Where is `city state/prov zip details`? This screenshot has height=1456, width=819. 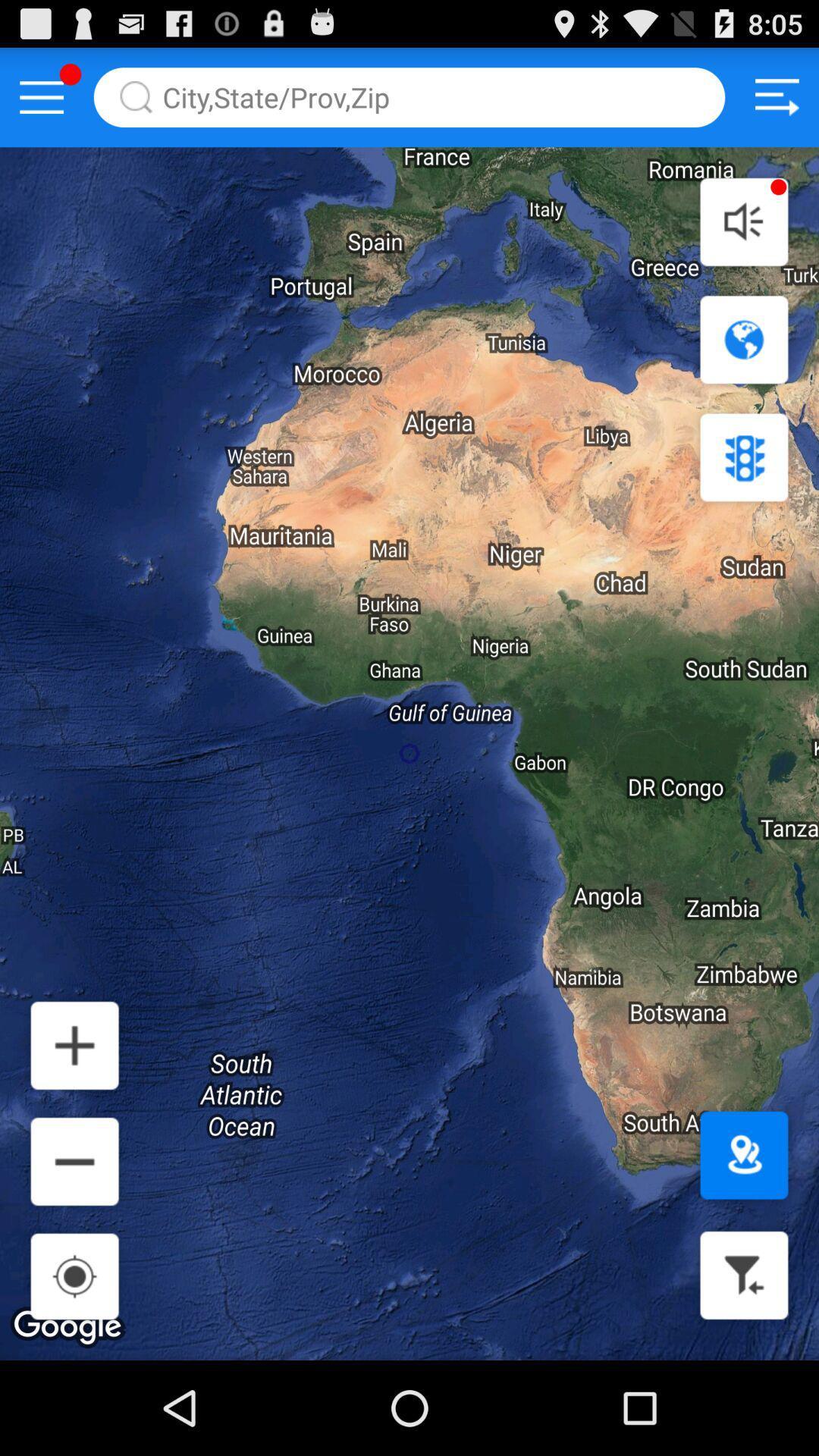 city state/prov zip details is located at coordinates (409, 96).